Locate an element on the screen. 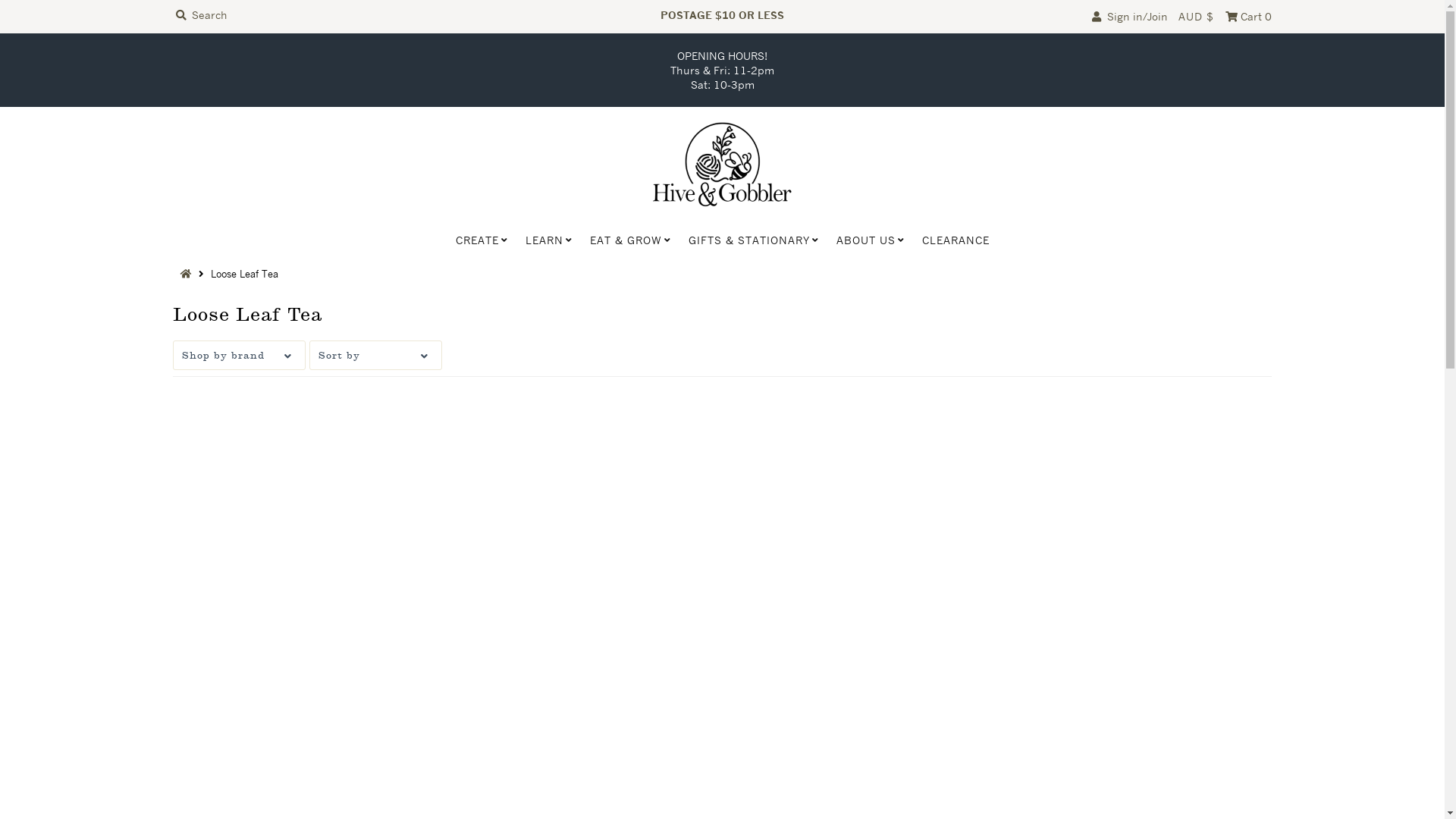 This screenshot has width=1456, height=819. 'Shop by brand' is located at coordinates (238, 355).